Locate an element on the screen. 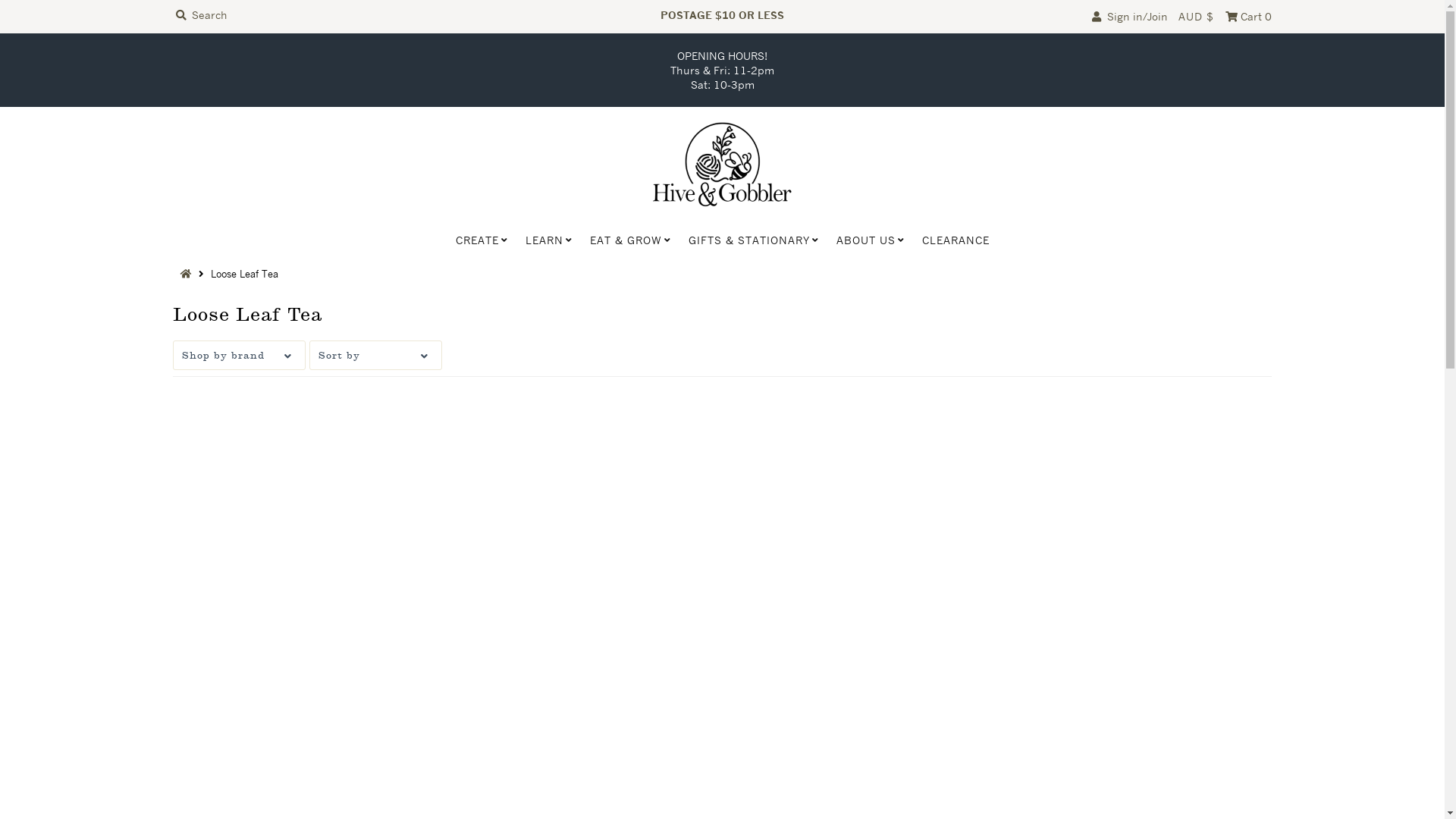 This screenshot has width=1456, height=819. 'Shop by brand' is located at coordinates (238, 355).